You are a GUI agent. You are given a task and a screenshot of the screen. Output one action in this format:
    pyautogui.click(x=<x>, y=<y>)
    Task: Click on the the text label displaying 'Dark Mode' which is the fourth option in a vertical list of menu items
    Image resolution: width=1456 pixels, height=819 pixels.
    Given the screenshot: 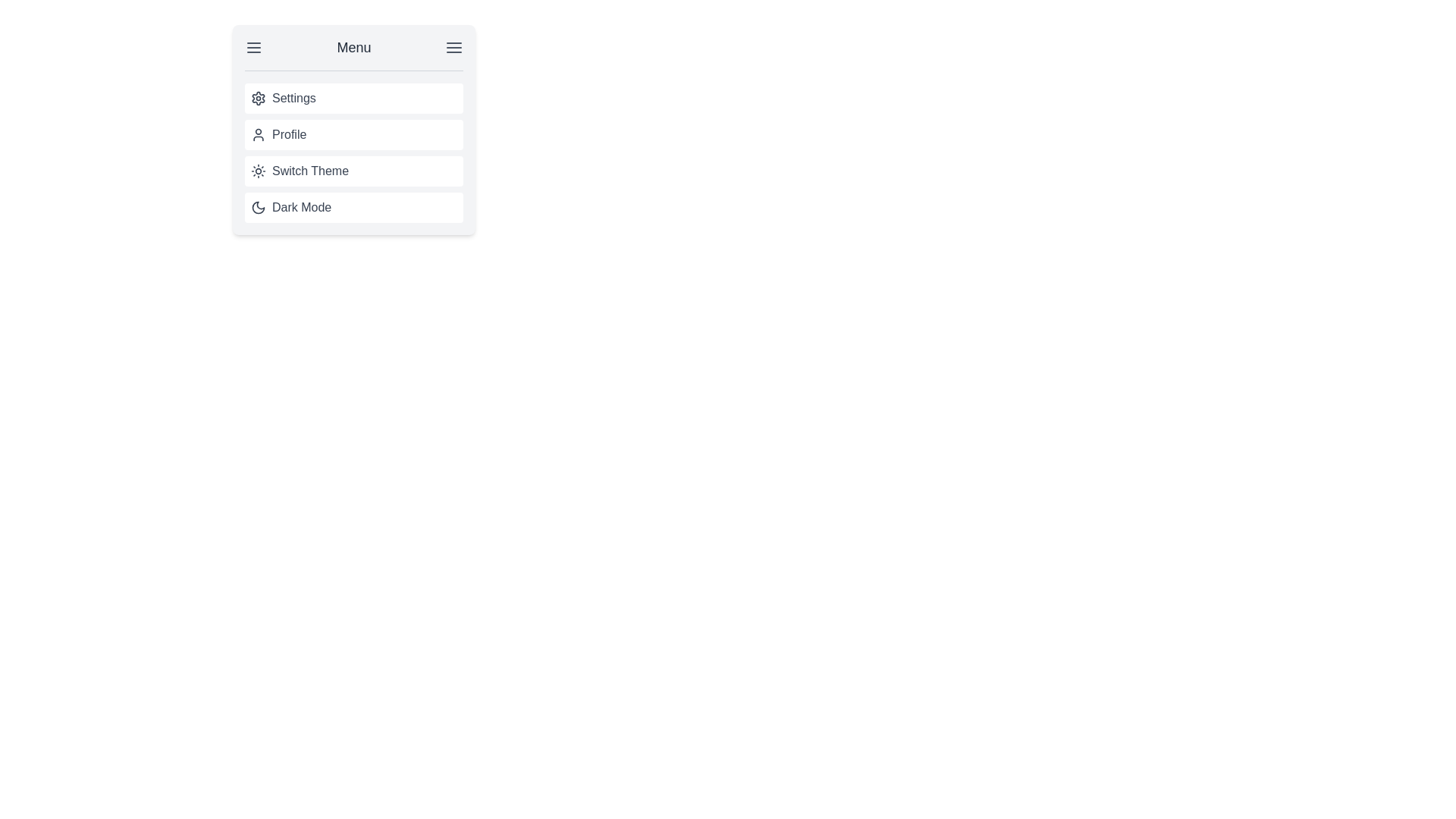 What is the action you would take?
    pyautogui.click(x=302, y=207)
    